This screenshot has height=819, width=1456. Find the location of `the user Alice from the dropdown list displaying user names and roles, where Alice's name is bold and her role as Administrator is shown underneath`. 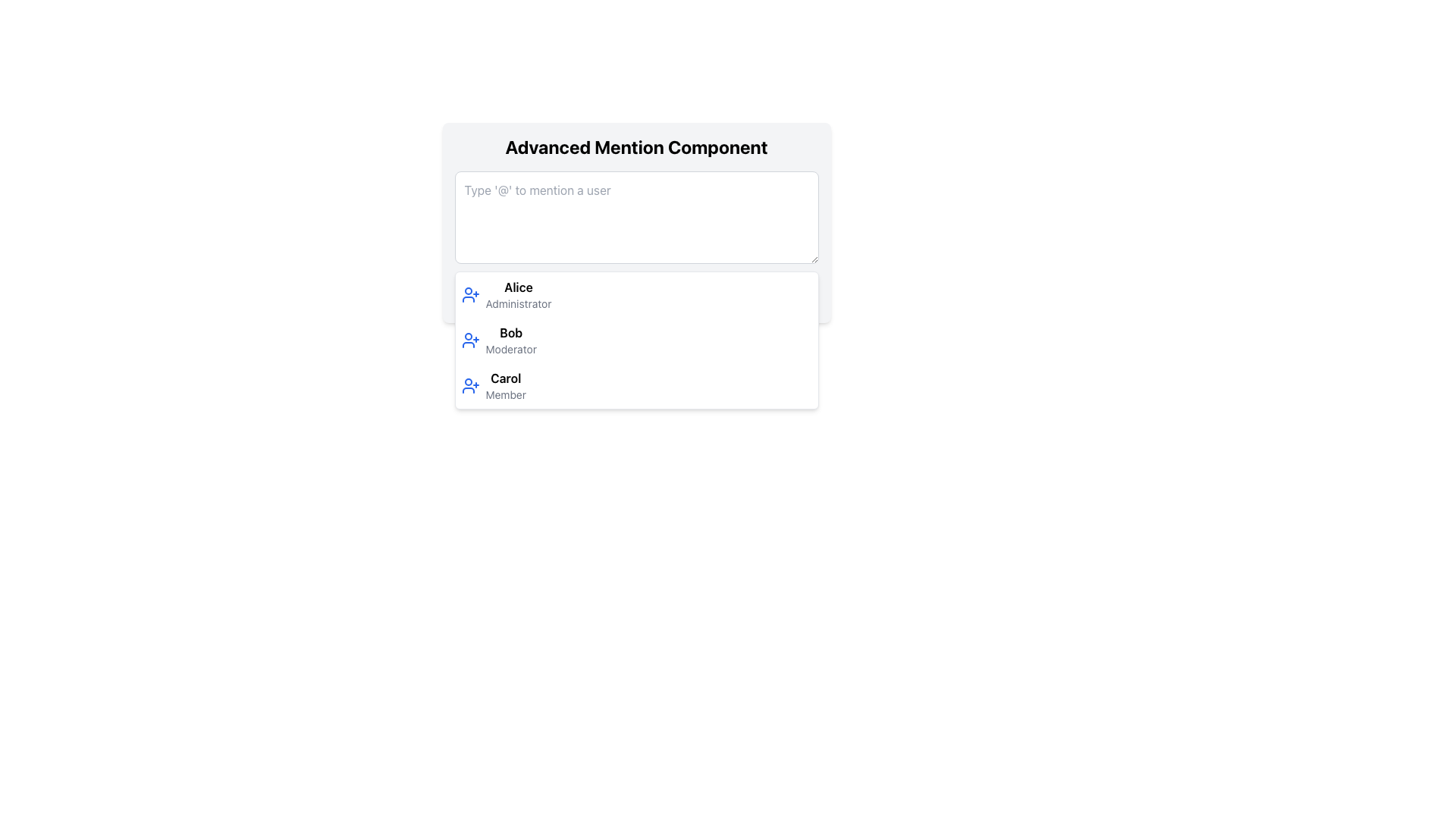

the user Alice from the dropdown list displaying user names and roles, where Alice's name is bold and her role as Administrator is shown underneath is located at coordinates (518, 295).